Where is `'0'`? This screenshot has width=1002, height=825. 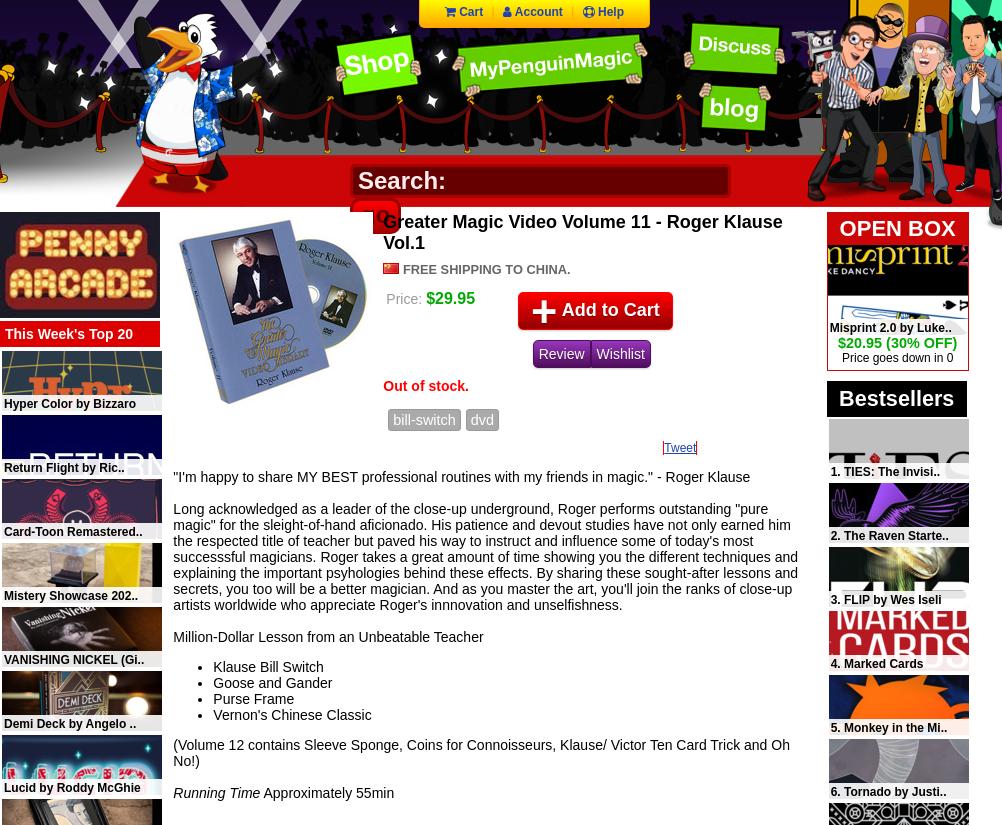 '0' is located at coordinates (944, 357).